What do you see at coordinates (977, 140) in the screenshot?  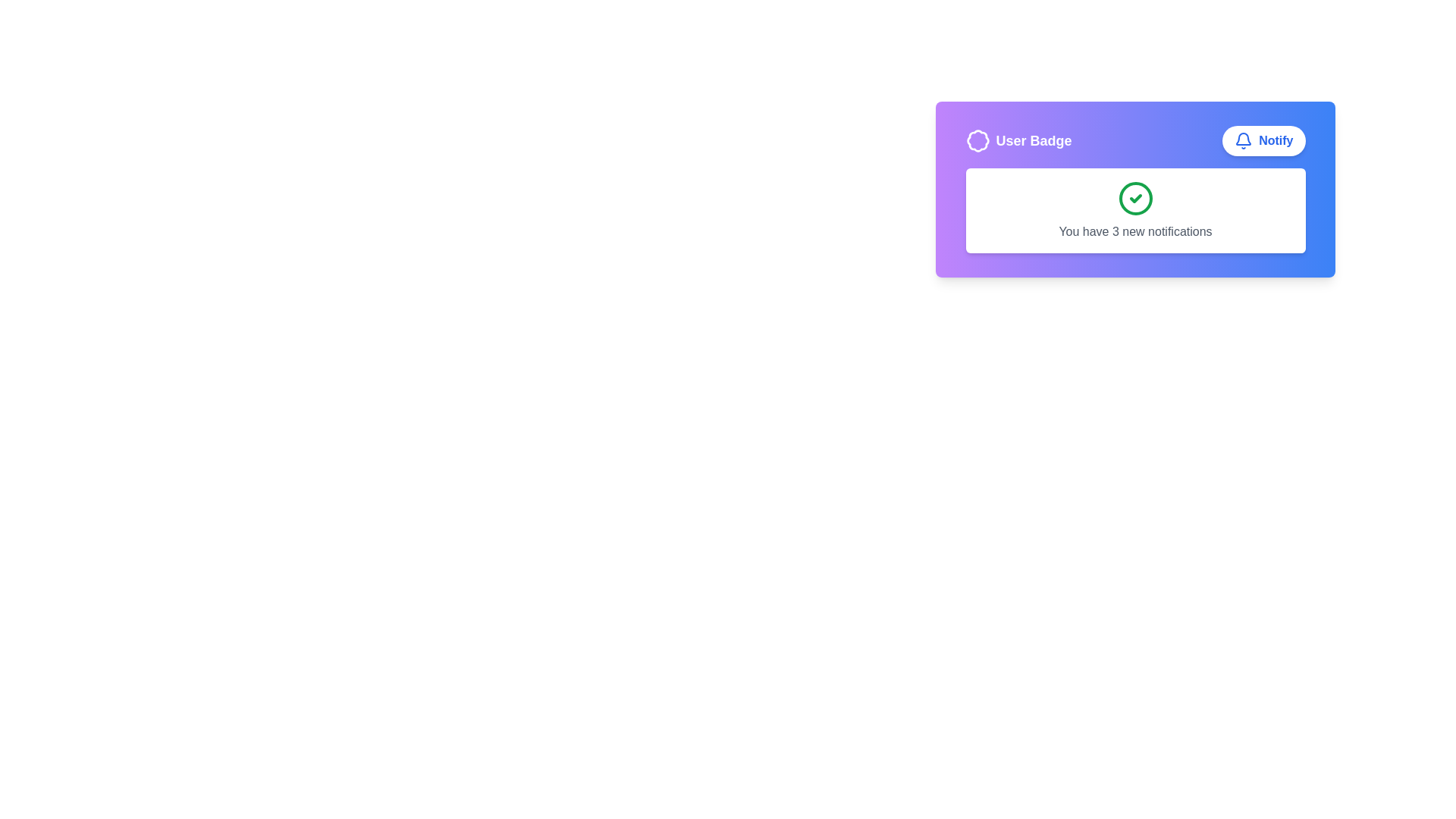 I see `the circular badge with a scalloped edge design, which is styled in white and positioned within the purple rectangular card at the top left corner, located to the left of the 'User Badge' label text` at bounding box center [977, 140].